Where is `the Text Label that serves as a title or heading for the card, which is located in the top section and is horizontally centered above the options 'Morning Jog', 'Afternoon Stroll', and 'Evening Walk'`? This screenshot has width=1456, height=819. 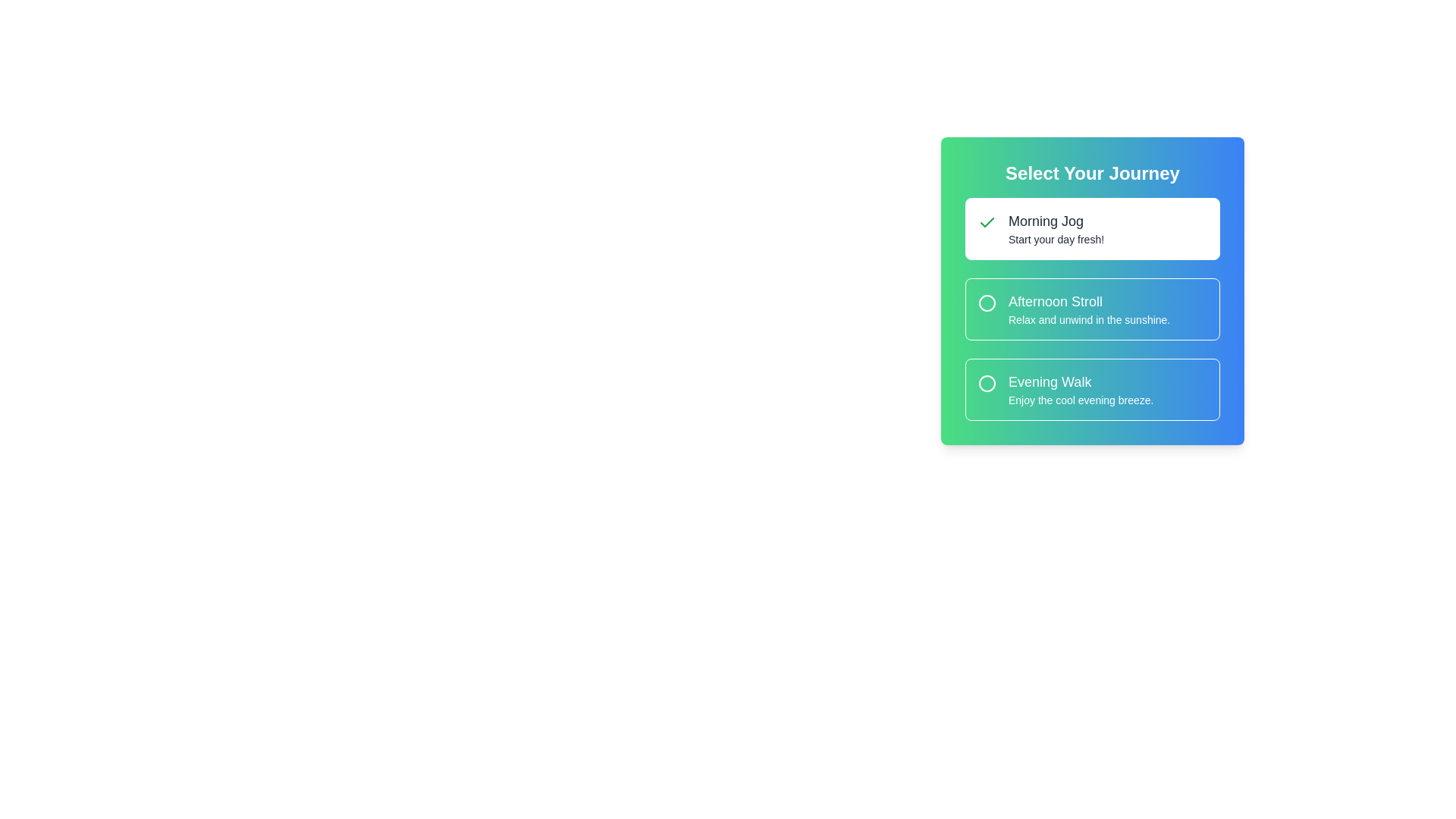 the Text Label that serves as a title or heading for the card, which is located in the top section and is horizontally centered above the options 'Morning Jog', 'Afternoon Stroll', and 'Evening Walk' is located at coordinates (1092, 172).